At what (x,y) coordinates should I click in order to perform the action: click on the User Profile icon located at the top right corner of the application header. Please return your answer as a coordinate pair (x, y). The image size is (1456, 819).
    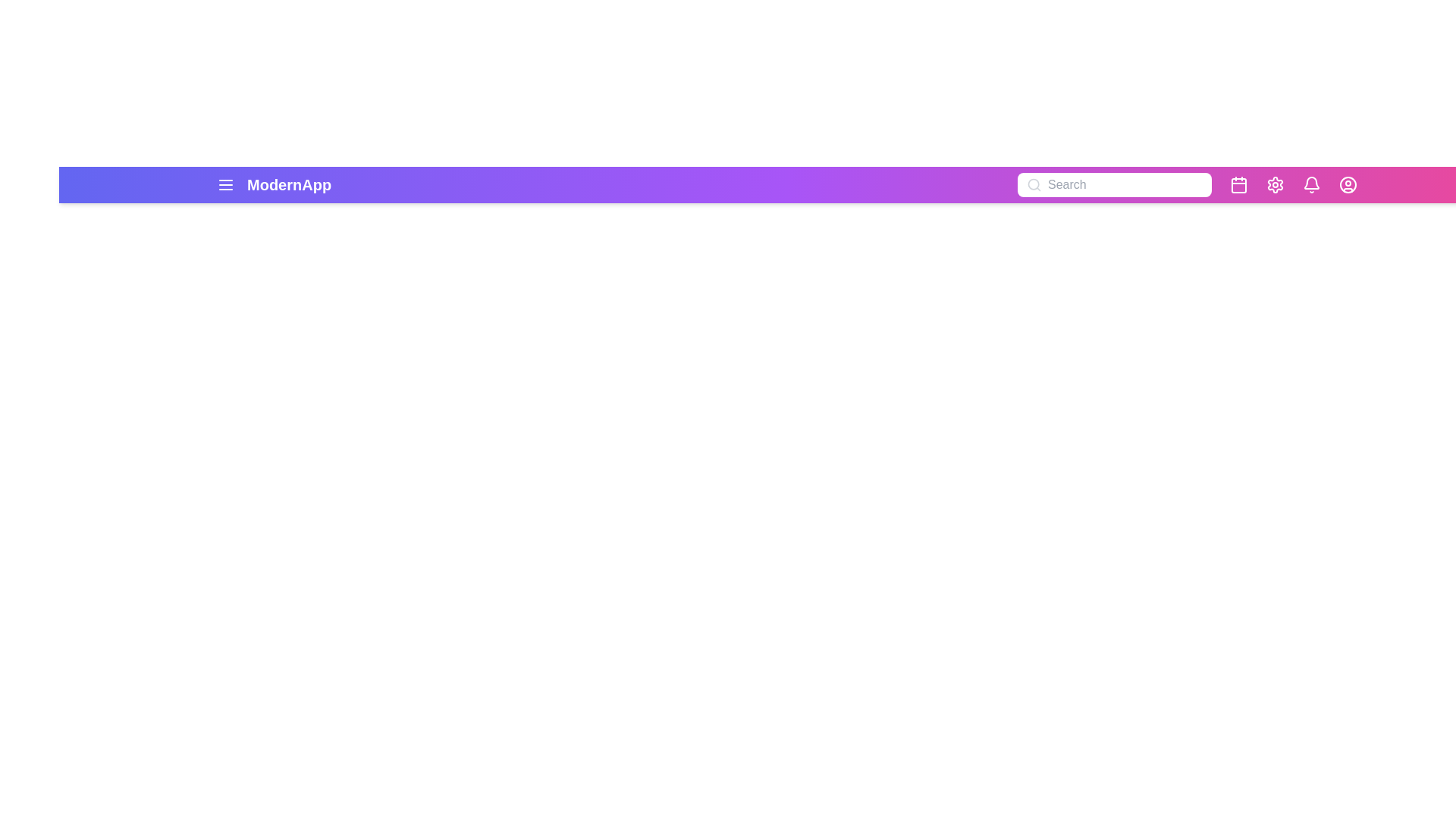
    Looking at the image, I should click on (1348, 184).